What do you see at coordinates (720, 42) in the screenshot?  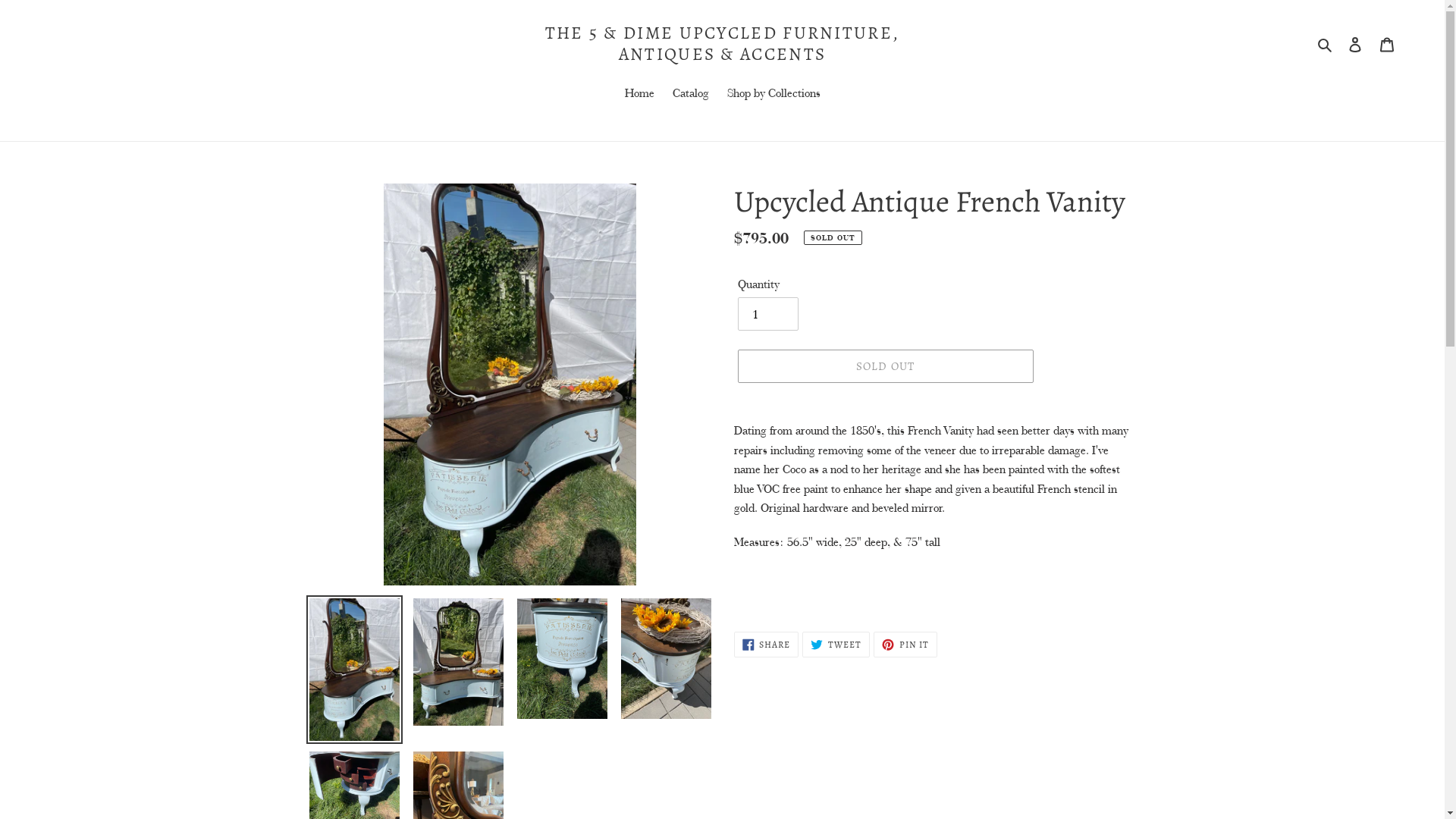 I see `'THE 5 & DIME UPCYCLED FURNITURE, ANTIQUES & ACCENTS'` at bounding box center [720, 42].